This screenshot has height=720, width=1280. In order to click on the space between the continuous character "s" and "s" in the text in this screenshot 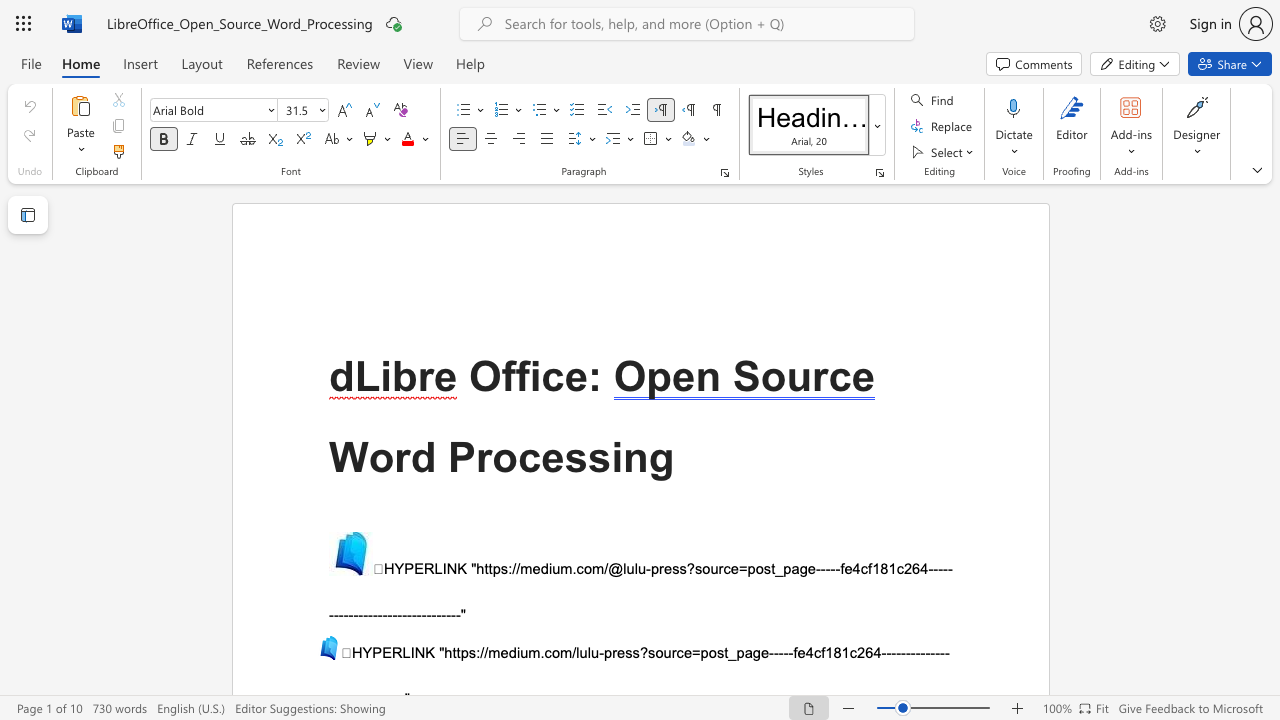, I will do `click(679, 569)`.